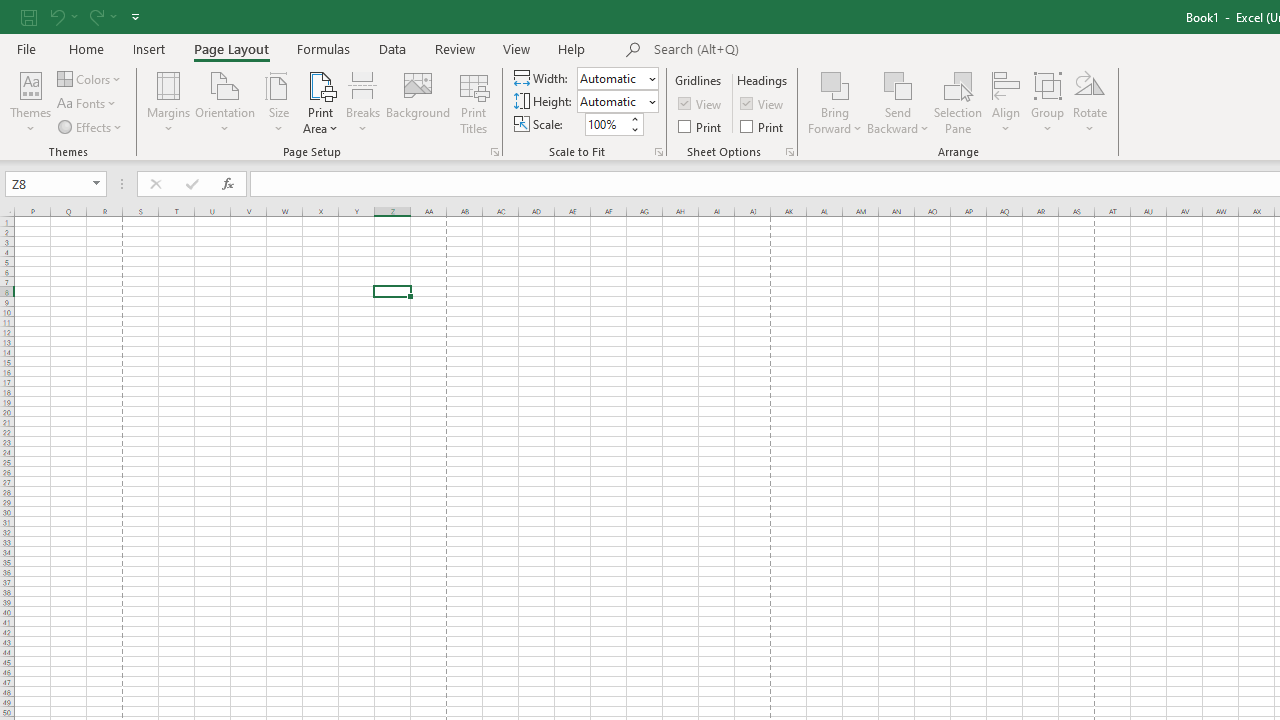  Describe the element at coordinates (473, 103) in the screenshot. I see `'Print Titles'` at that location.